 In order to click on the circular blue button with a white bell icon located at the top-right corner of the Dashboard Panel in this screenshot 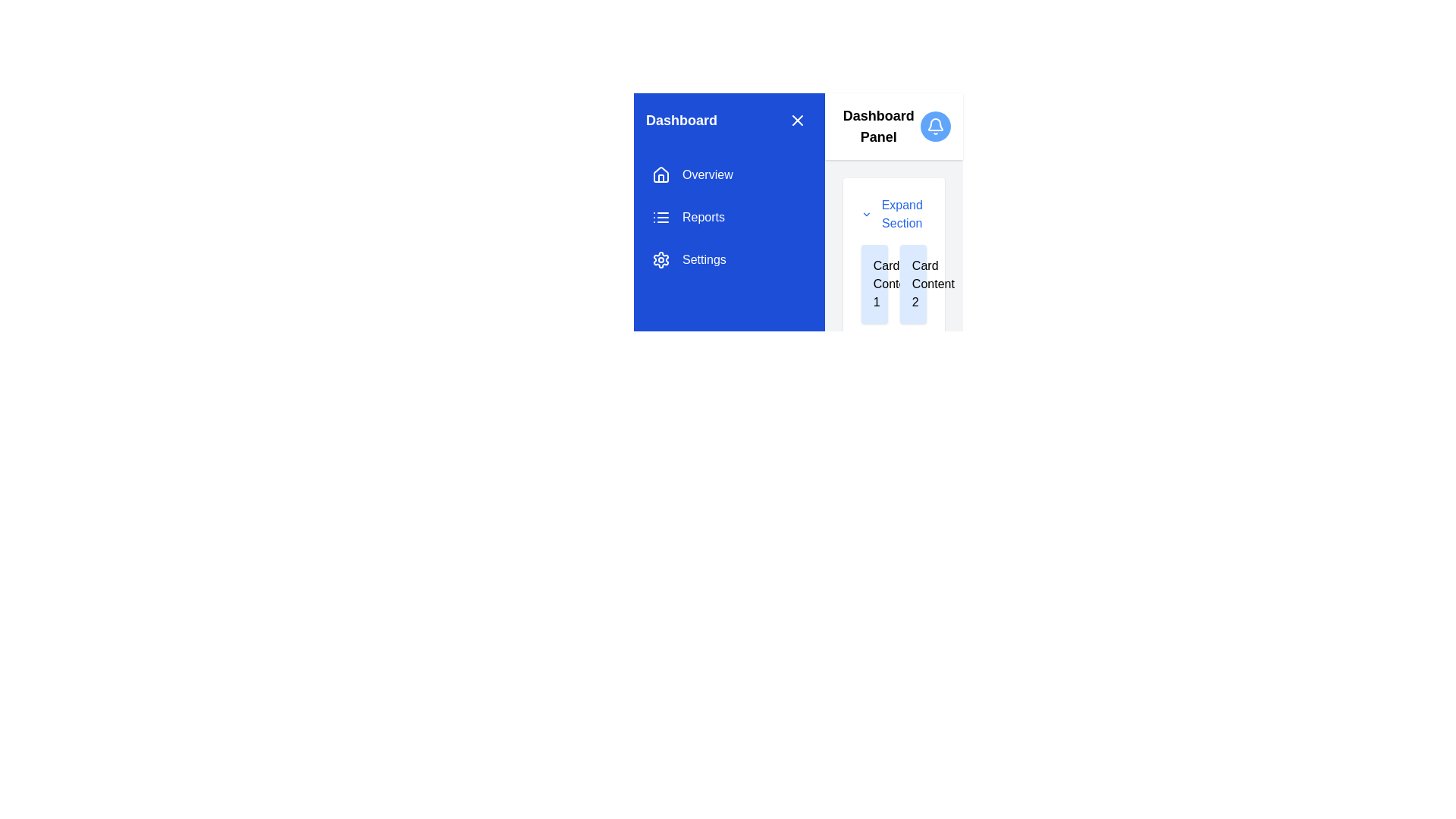, I will do `click(934, 125)`.